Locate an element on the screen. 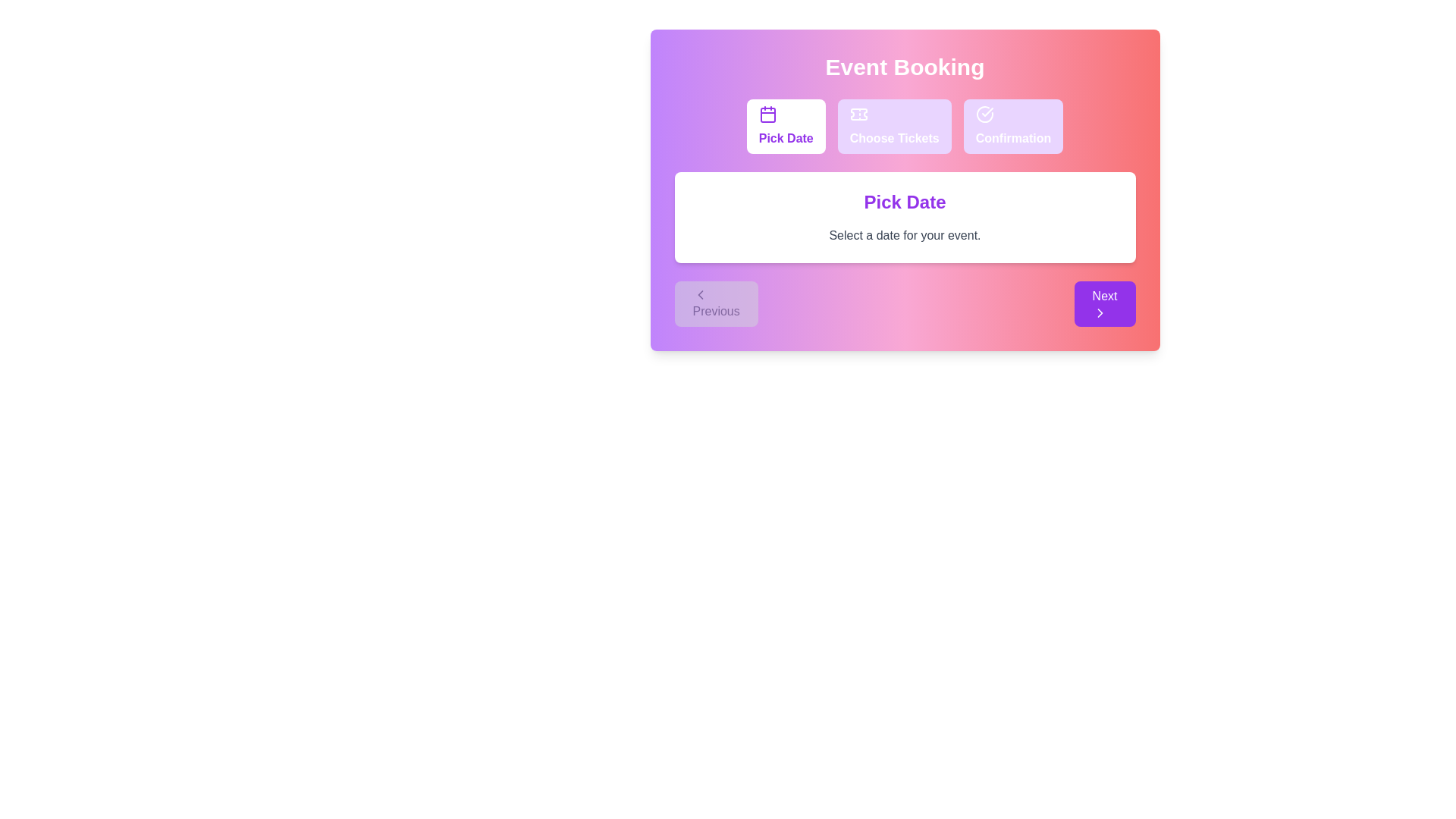 This screenshot has height=819, width=1456. the square icon with rounded corners located centrally within the calendar icon in the 'Pick Date' selection area is located at coordinates (767, 114).